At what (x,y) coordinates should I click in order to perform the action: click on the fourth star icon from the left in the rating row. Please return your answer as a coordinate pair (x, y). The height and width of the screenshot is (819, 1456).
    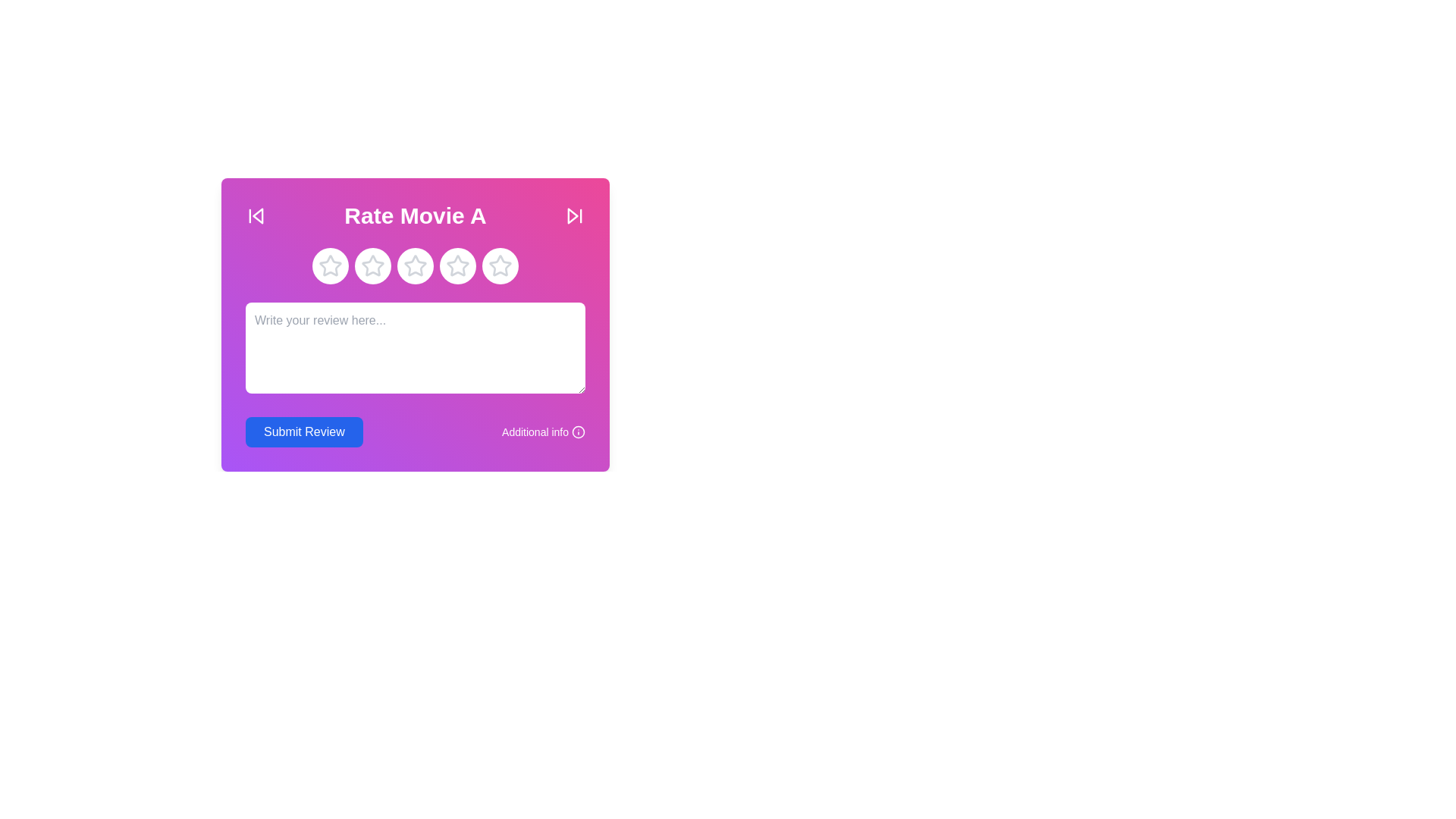
    Looking at the image, I should click on (457, 265).